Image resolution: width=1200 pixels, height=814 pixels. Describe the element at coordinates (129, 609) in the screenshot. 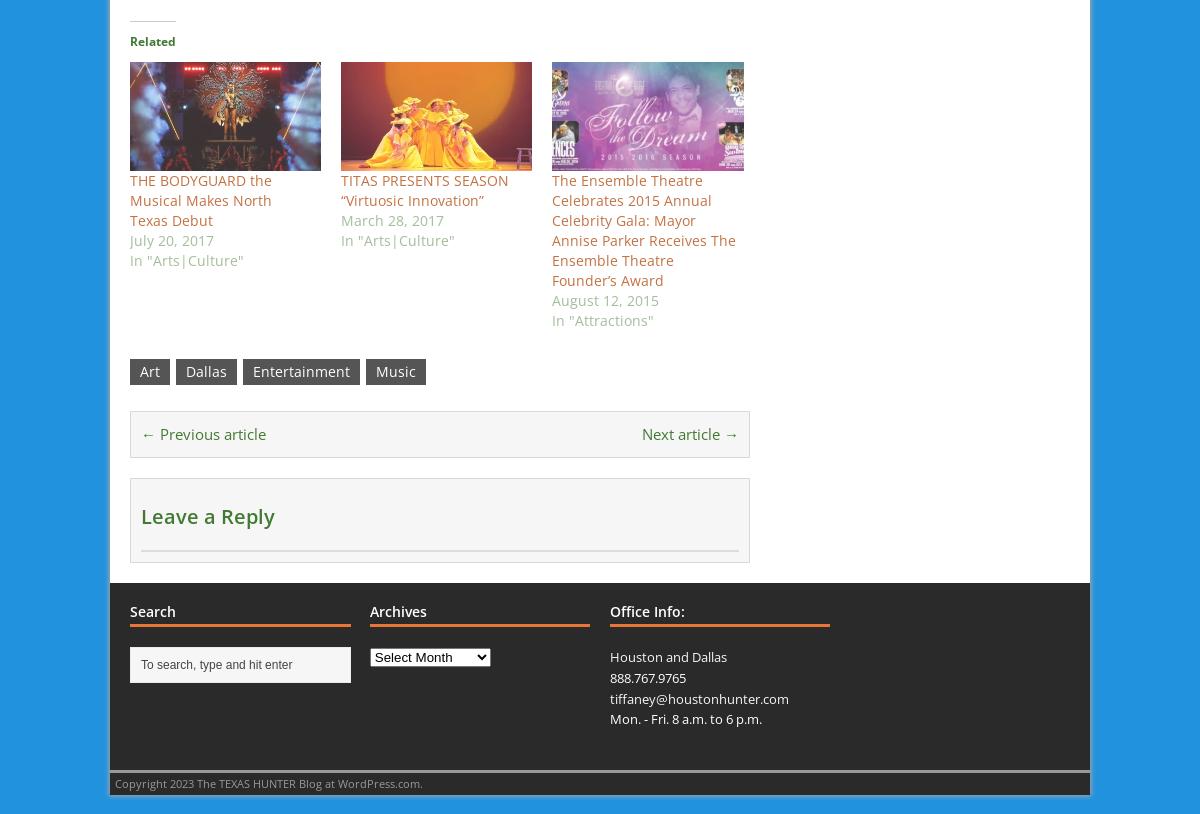

I see `'Search'` at that location.